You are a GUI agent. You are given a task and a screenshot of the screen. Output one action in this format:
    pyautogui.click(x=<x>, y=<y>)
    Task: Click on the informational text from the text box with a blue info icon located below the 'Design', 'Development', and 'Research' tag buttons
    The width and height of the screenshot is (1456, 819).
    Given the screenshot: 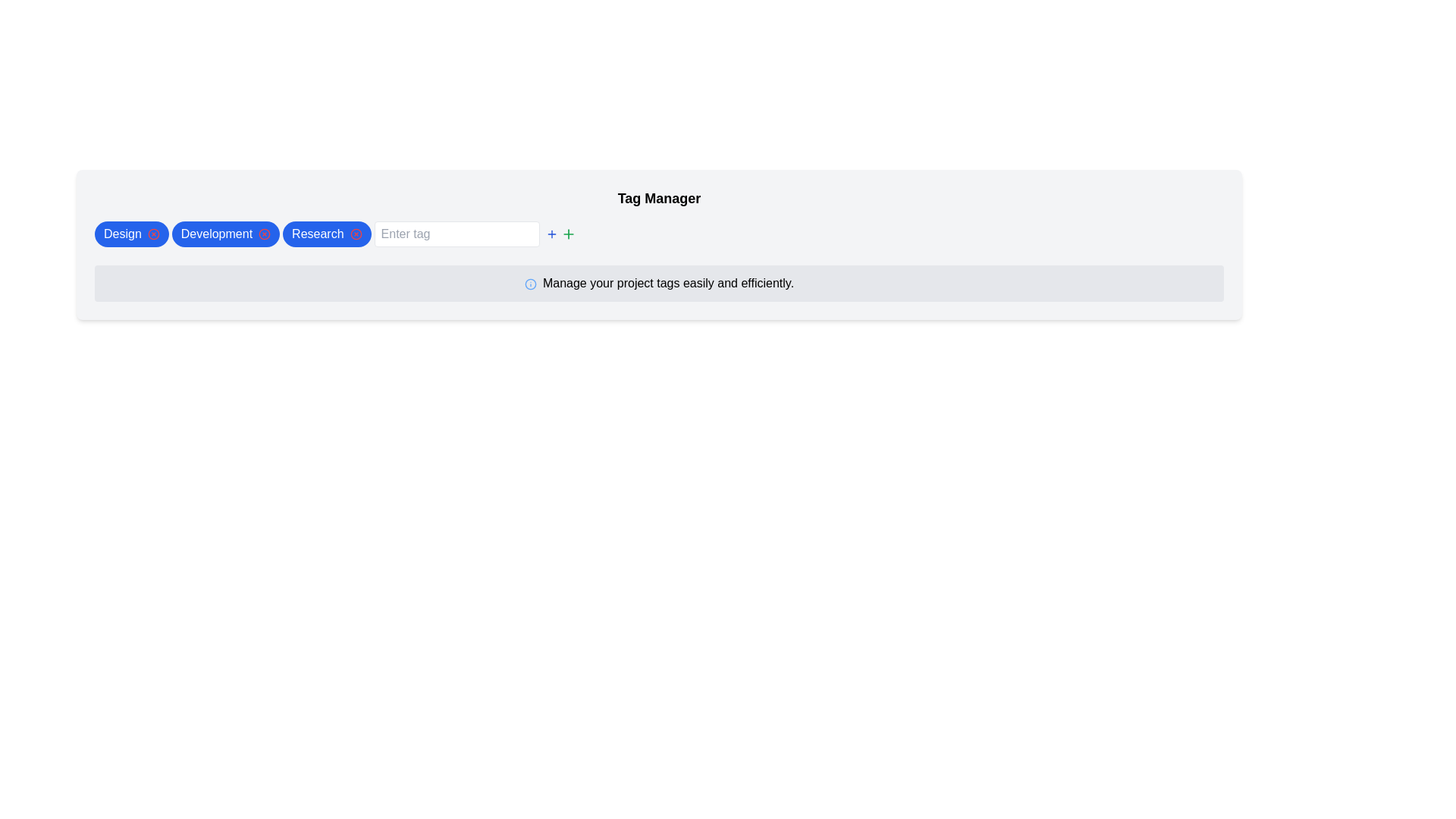 What is the action you would take?
    pyautogui.click(x=659, y=284)
    